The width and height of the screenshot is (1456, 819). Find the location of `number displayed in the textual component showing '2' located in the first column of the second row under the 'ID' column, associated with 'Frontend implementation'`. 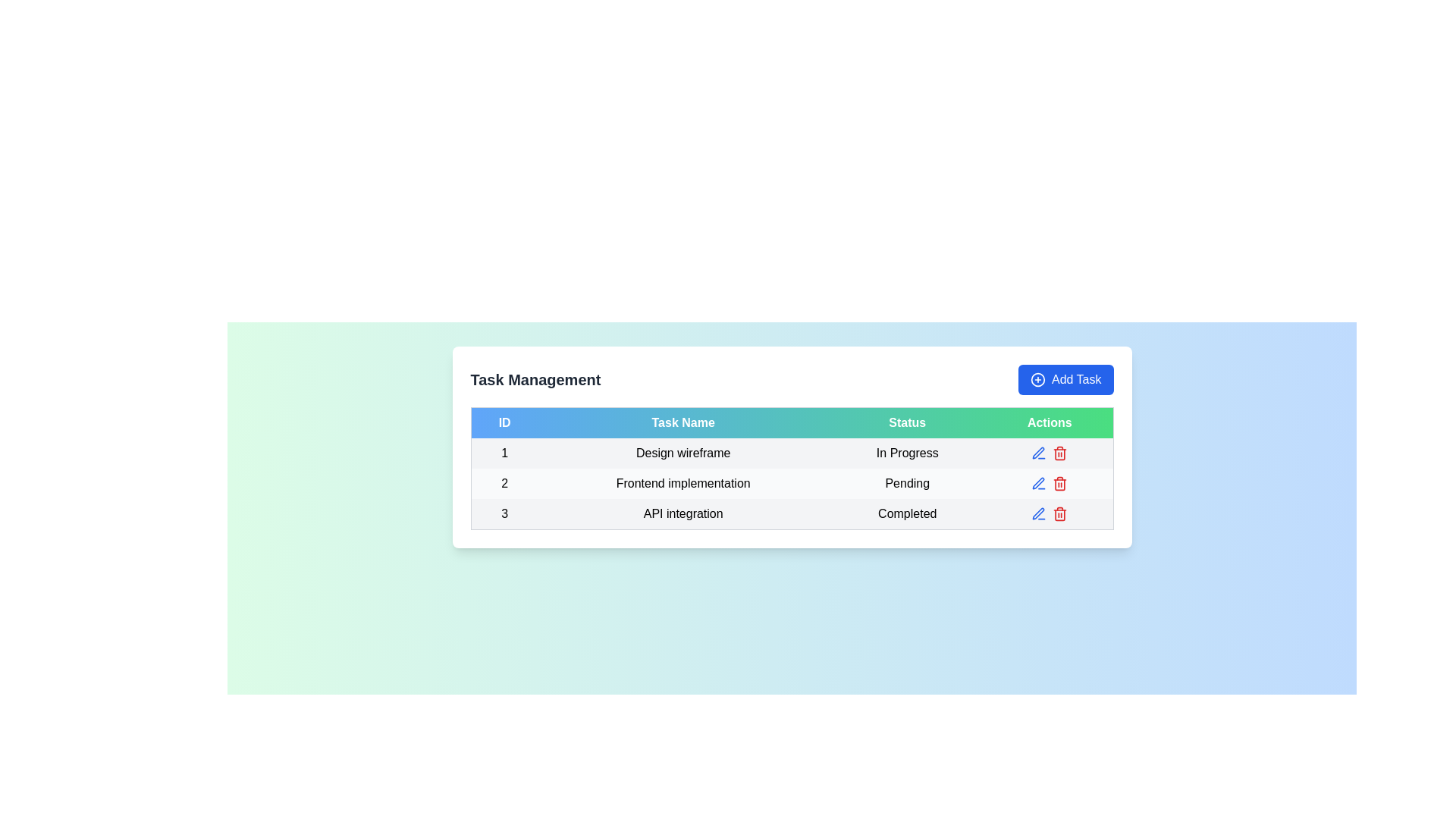

number displayed in the textual component showing '2' located in the first column of the second row under the 'ID' column, associated with 'Frontend implementation' is located at coordinates (504, 483).